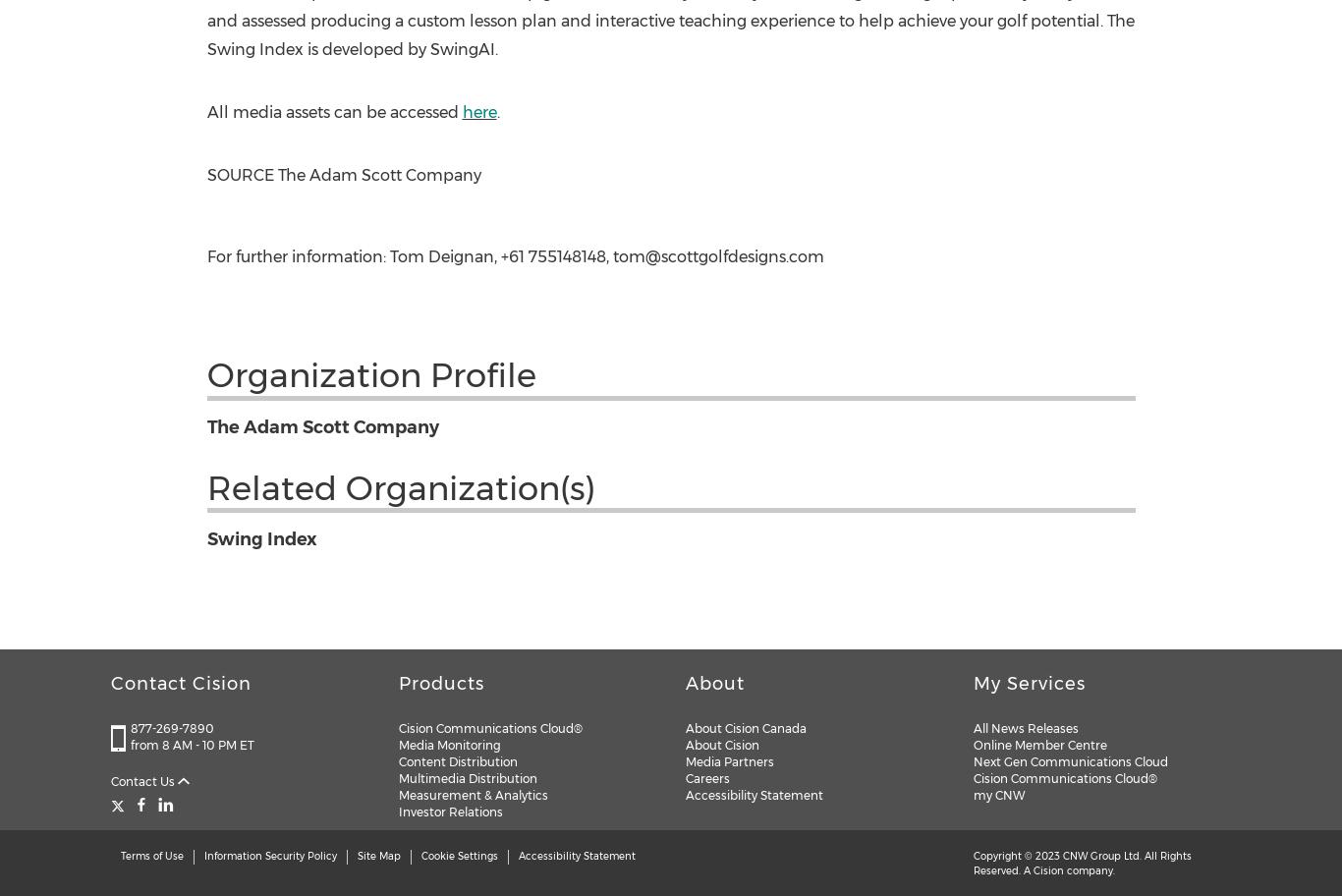  What do you see at coordinates (472, 794) in the screenshot?
I see `'Measurement & Analytics'` at bounding box center [472, 794].